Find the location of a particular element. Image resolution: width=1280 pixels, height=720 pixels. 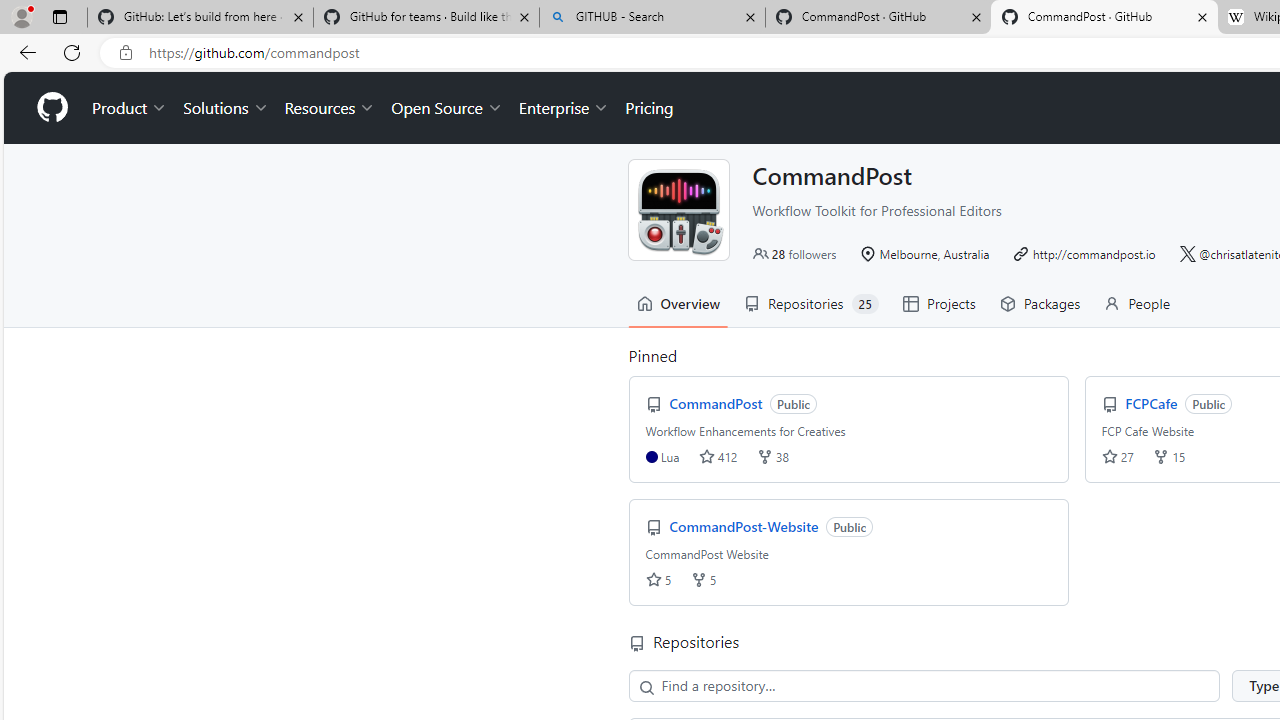

'forks 38' is located at coordinates (771, 456).